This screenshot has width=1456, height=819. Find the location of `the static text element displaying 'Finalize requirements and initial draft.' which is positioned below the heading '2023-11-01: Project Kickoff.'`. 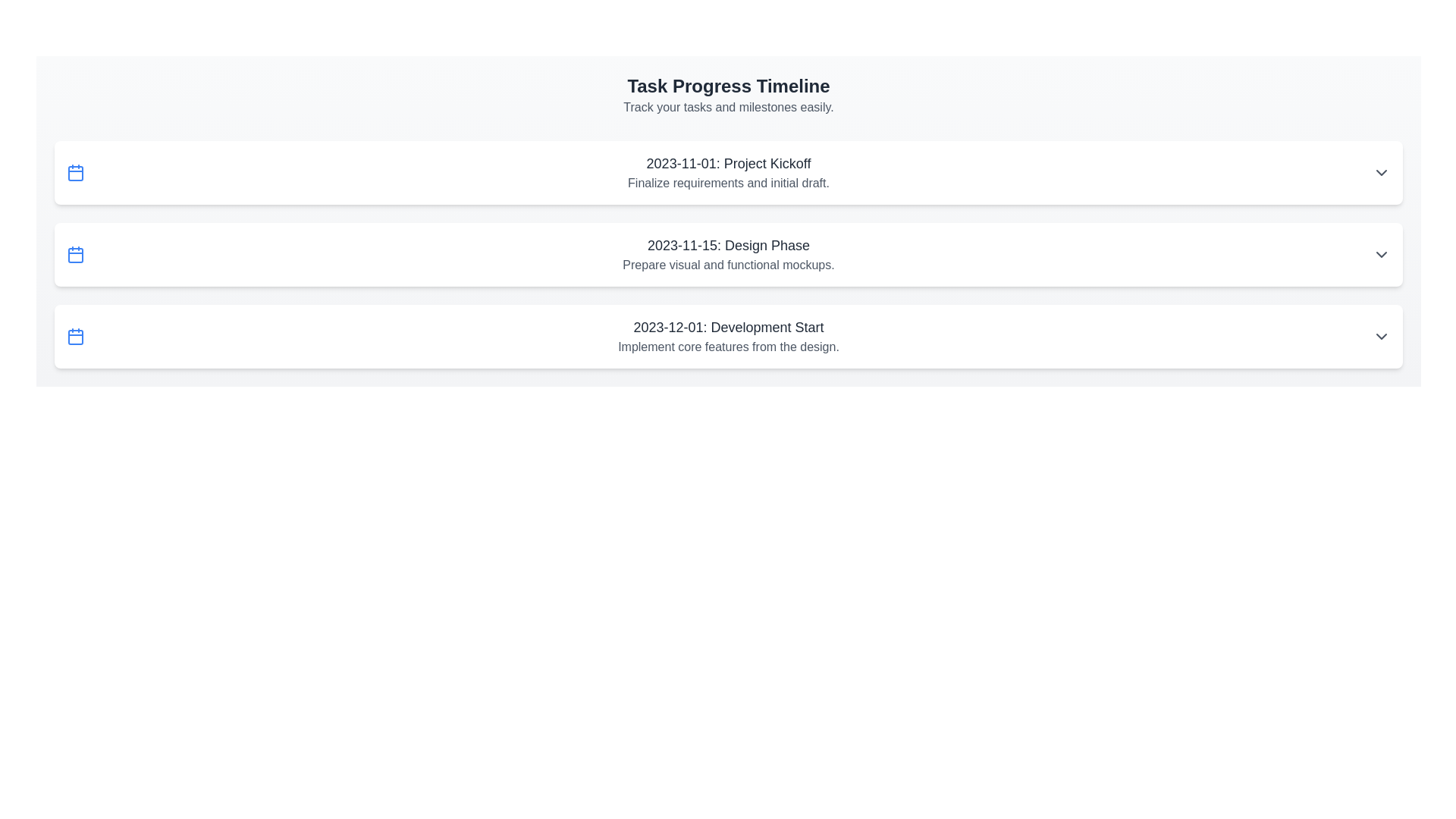

the static text element displaying 'Finalize requirements and initial draft.' which is positioned below the heading '2023-11-01: Project Kickoff.' is located at coordinates (728, 183).